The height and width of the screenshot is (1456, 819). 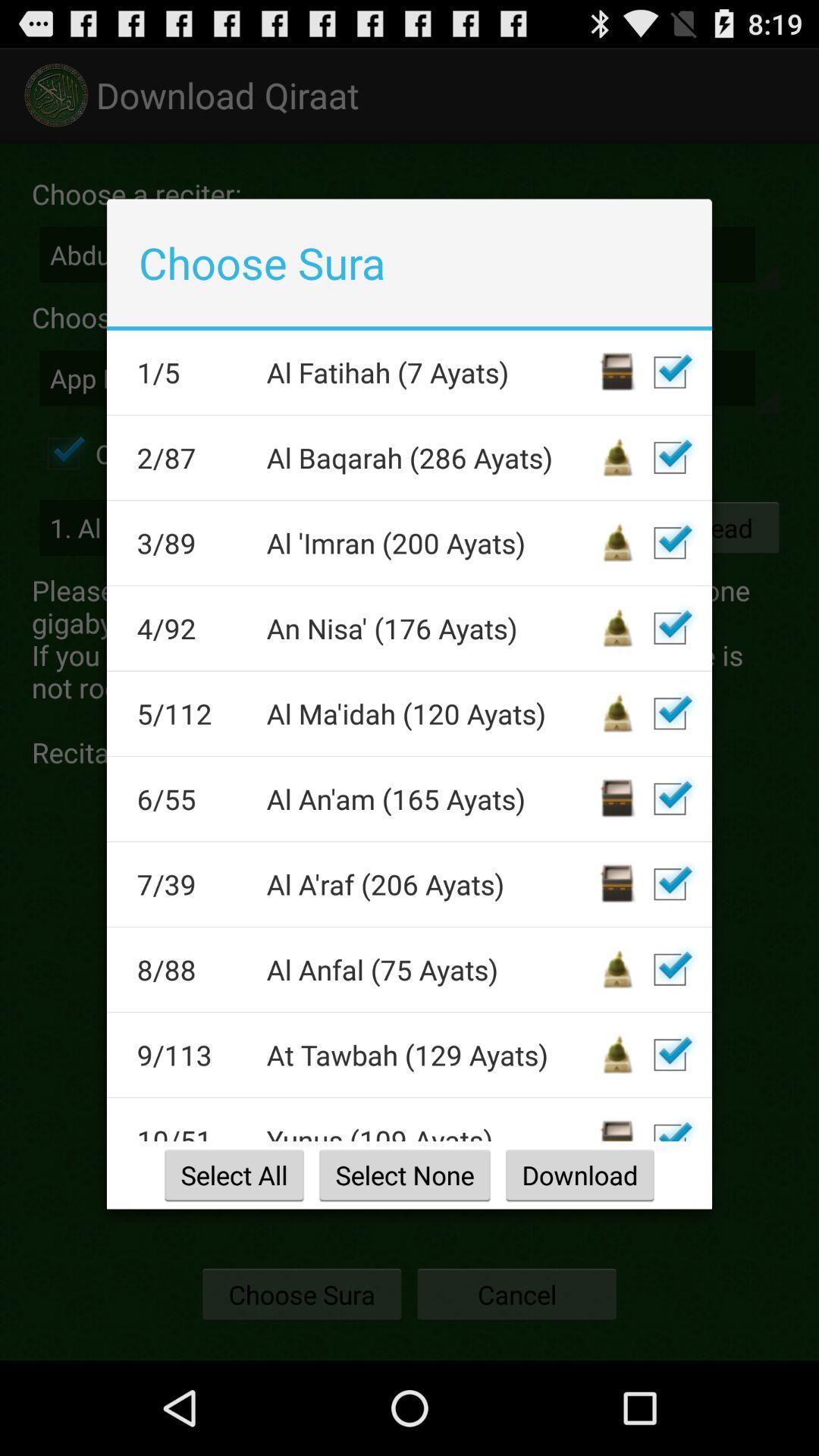 I want to click on a sura, so click(x=669, y=798).